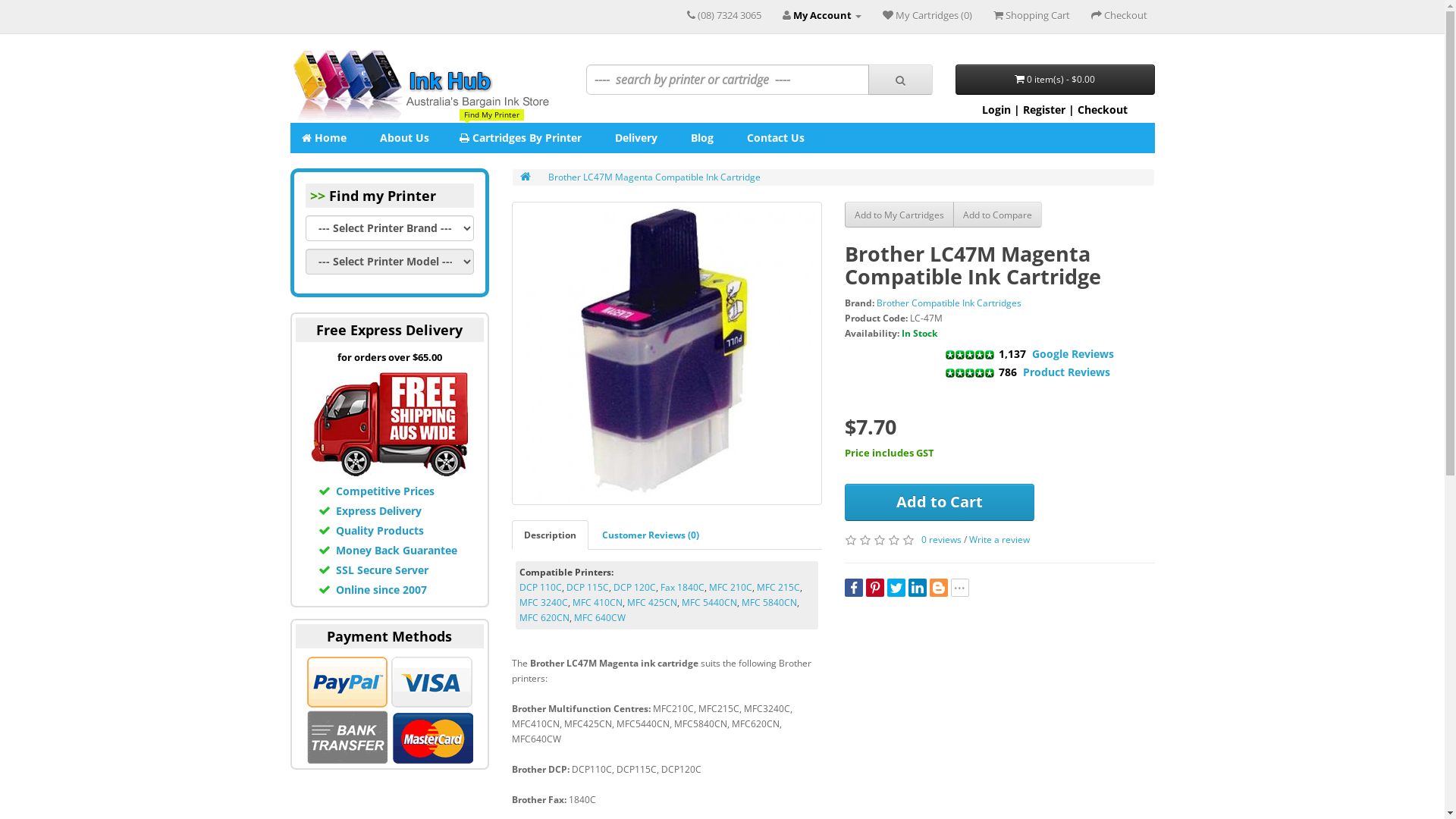 The image size is (1456, 819). Describe the element at coordinates (544, 617) in the screenshot. I see `'MFC 620CN'` at that location.